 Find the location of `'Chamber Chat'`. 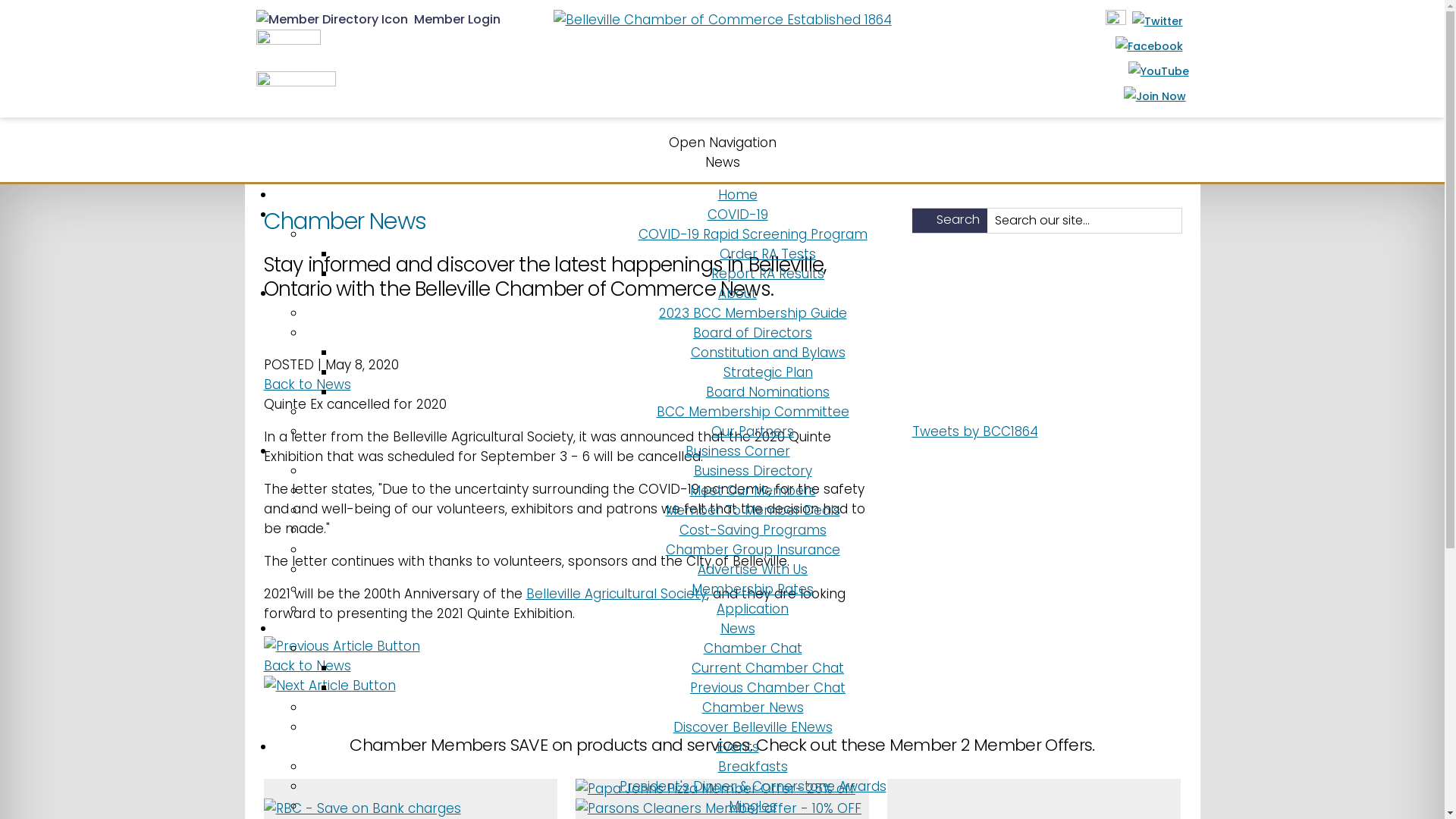

'Chamber Chat' is located at coordinates (753, 648).